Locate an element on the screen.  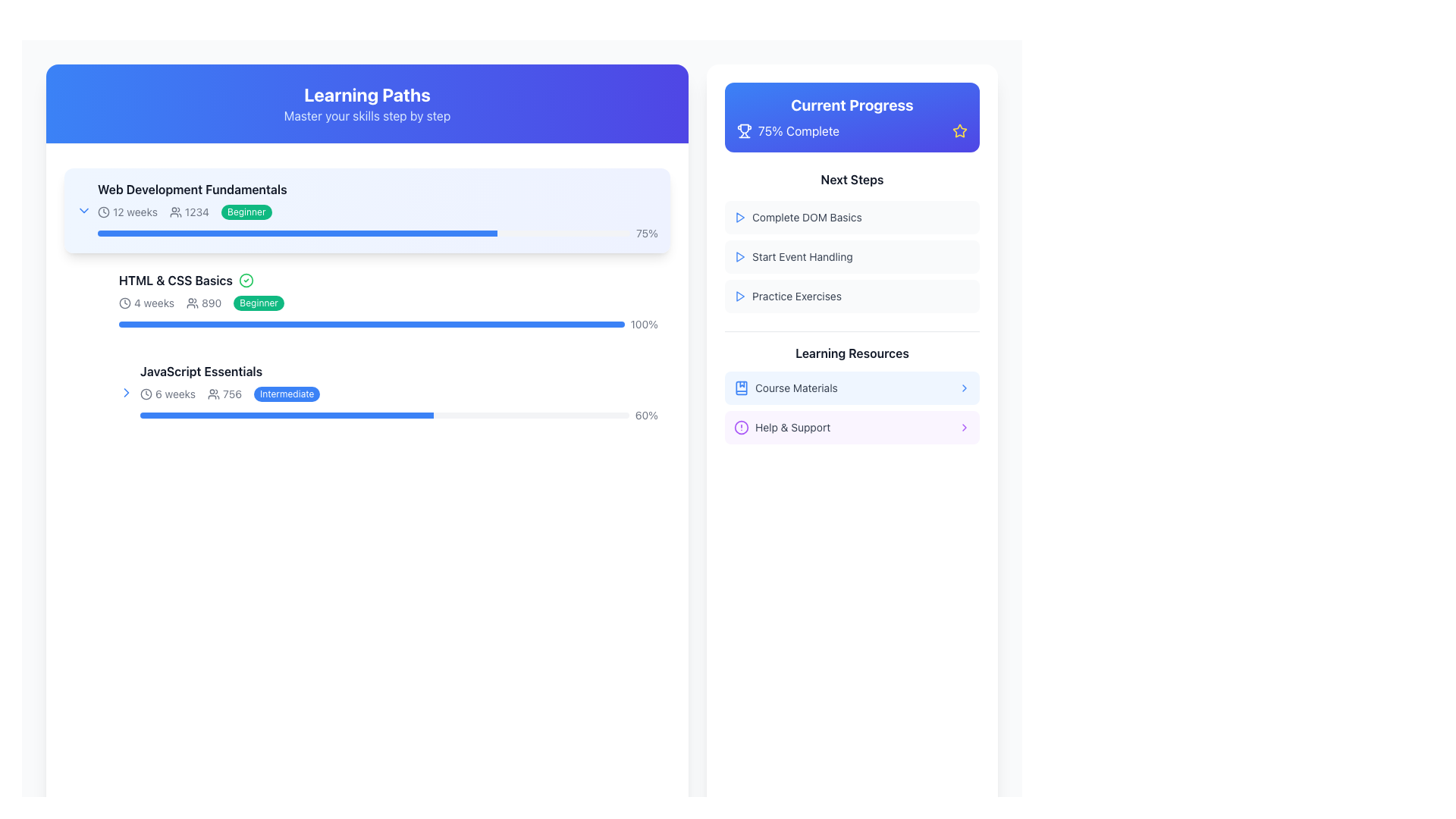
the 'Help & Support' clickable text label with an icon located in the 'Learning Resources' section, positioned below 'Course Materials' is located at coordinates (782, 427).